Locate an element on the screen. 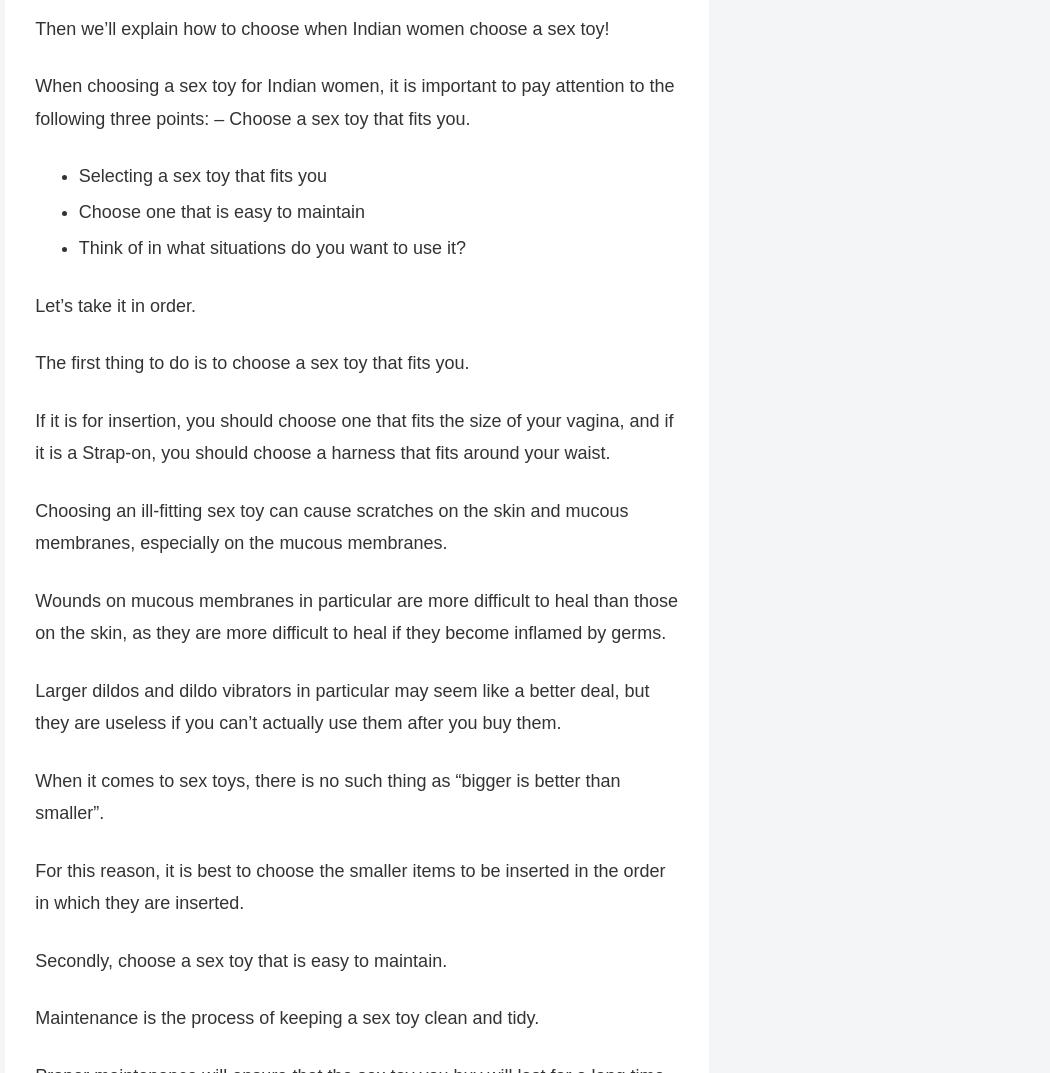  'If it is for insertion, you should choose one that fits the size of your vagina, and if it is a Strap-on, you should choose a harness that fits around your waist.' is located at coordinates (352, 438).